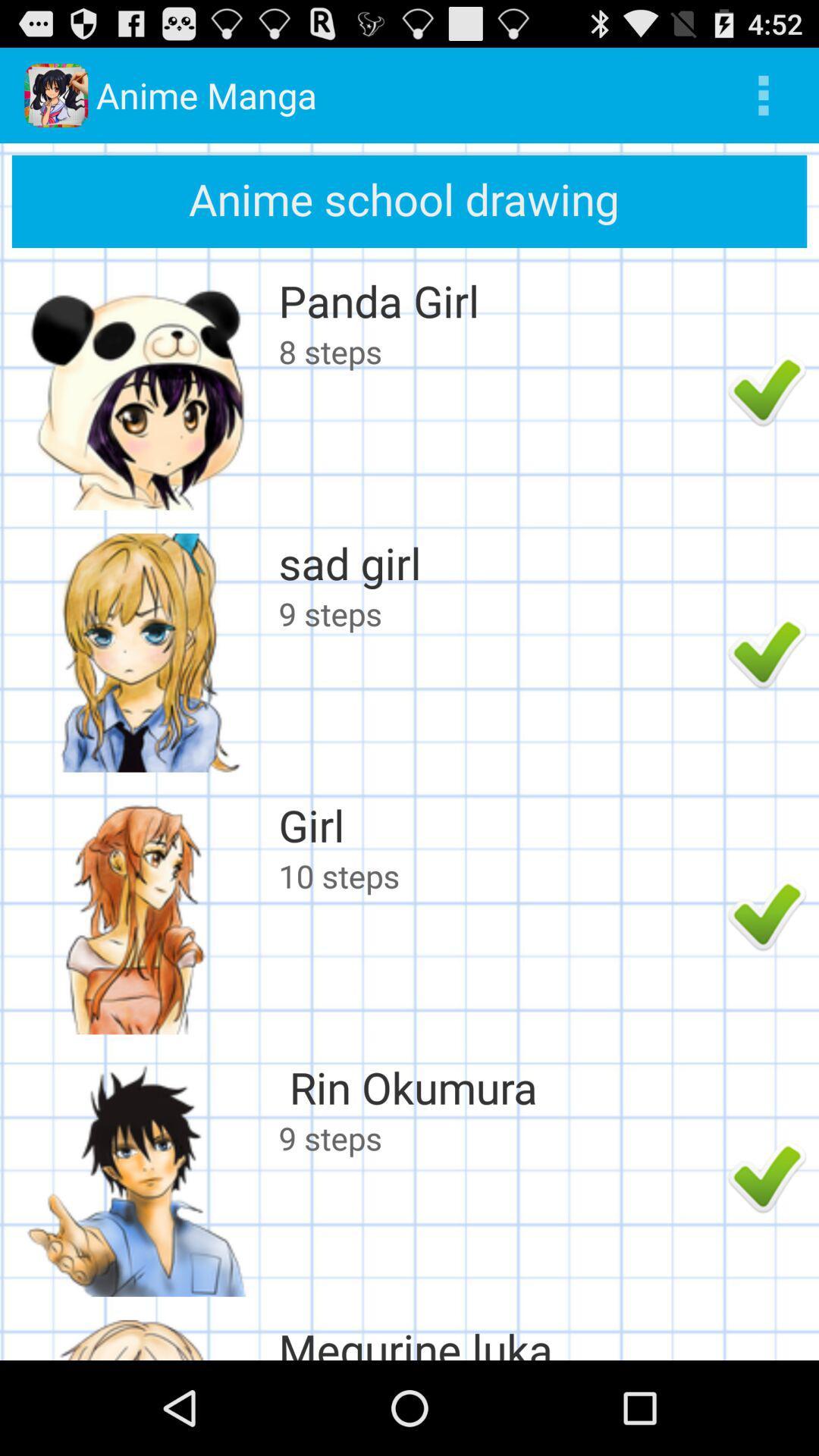 The height and width of the screenshot is (1456, 819). What do you see at coordinates (409, 200) in the screenshot?
I see `anime school drawing` at bounding box center [409, 200].